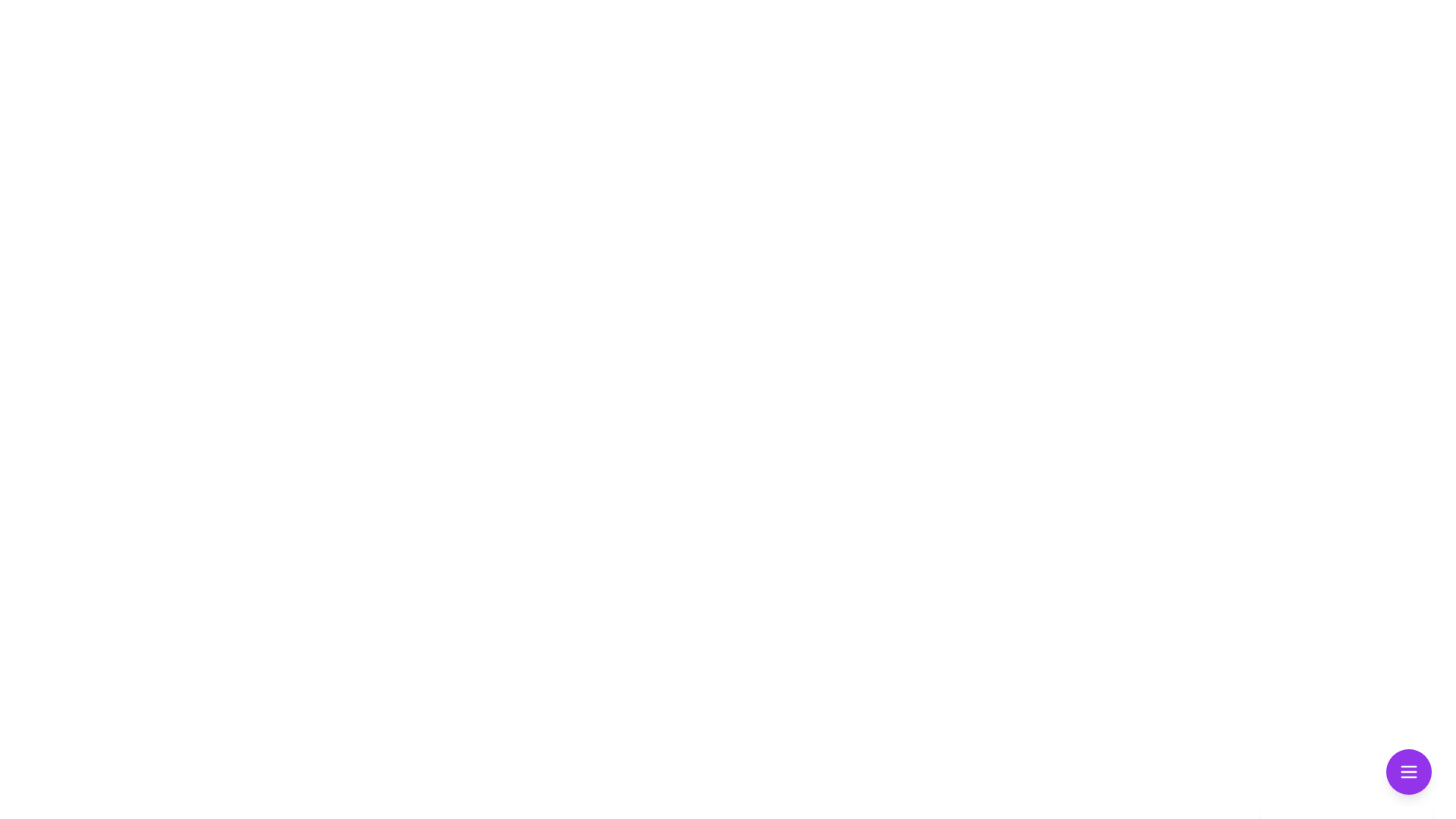 The width and height of the screenshot is (1456, 819). Describe the element at coordinates (1407, 772) in the screenshot. I see `the purple button to observe its hover effects` at that location.